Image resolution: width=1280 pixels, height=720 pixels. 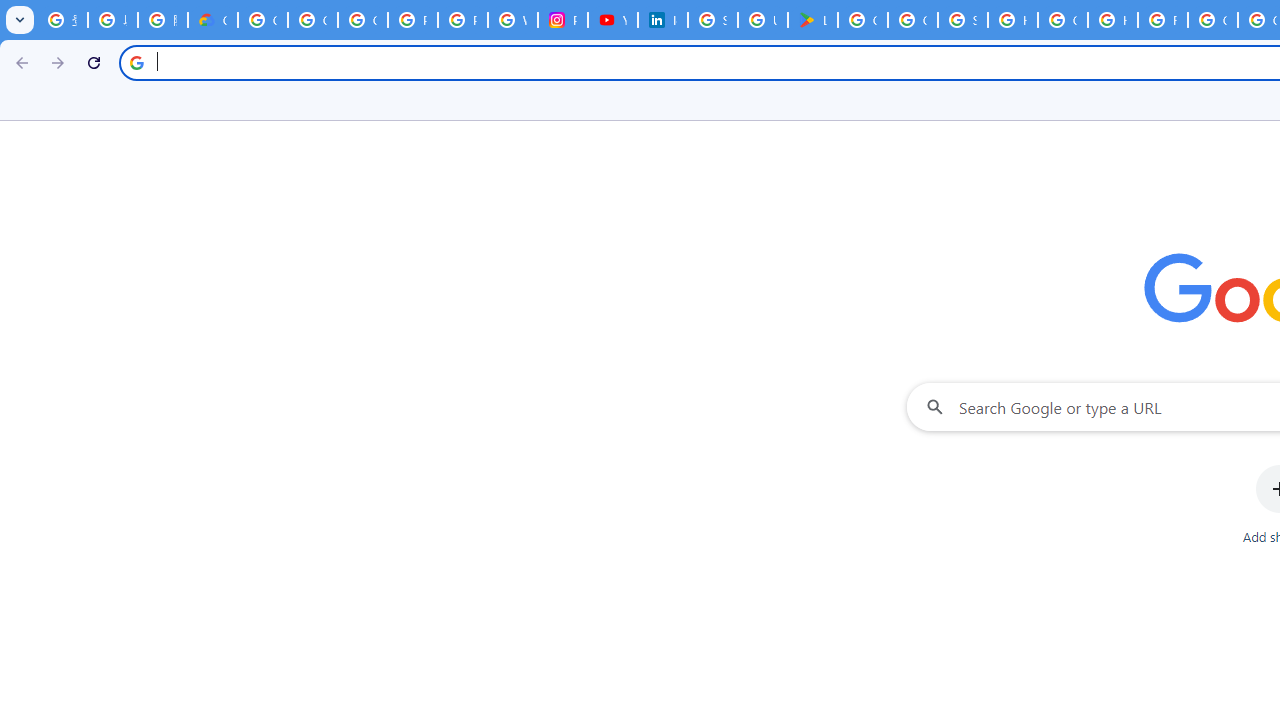 I want to click on 'Sign in - Google Accounts', so click(x=712, y=20).